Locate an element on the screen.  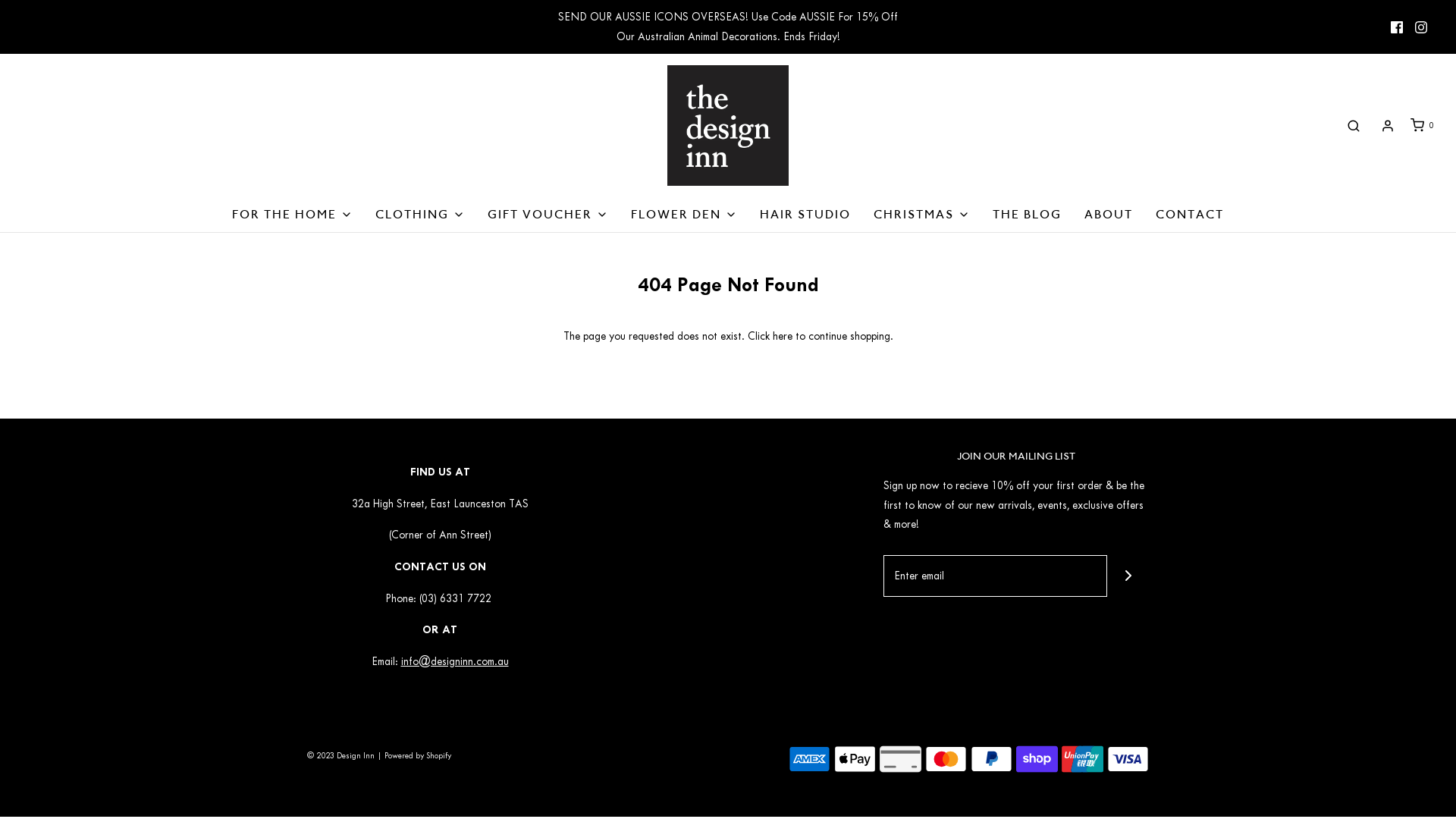
'FOR THE HOME' is located at coordinates (292, 214).